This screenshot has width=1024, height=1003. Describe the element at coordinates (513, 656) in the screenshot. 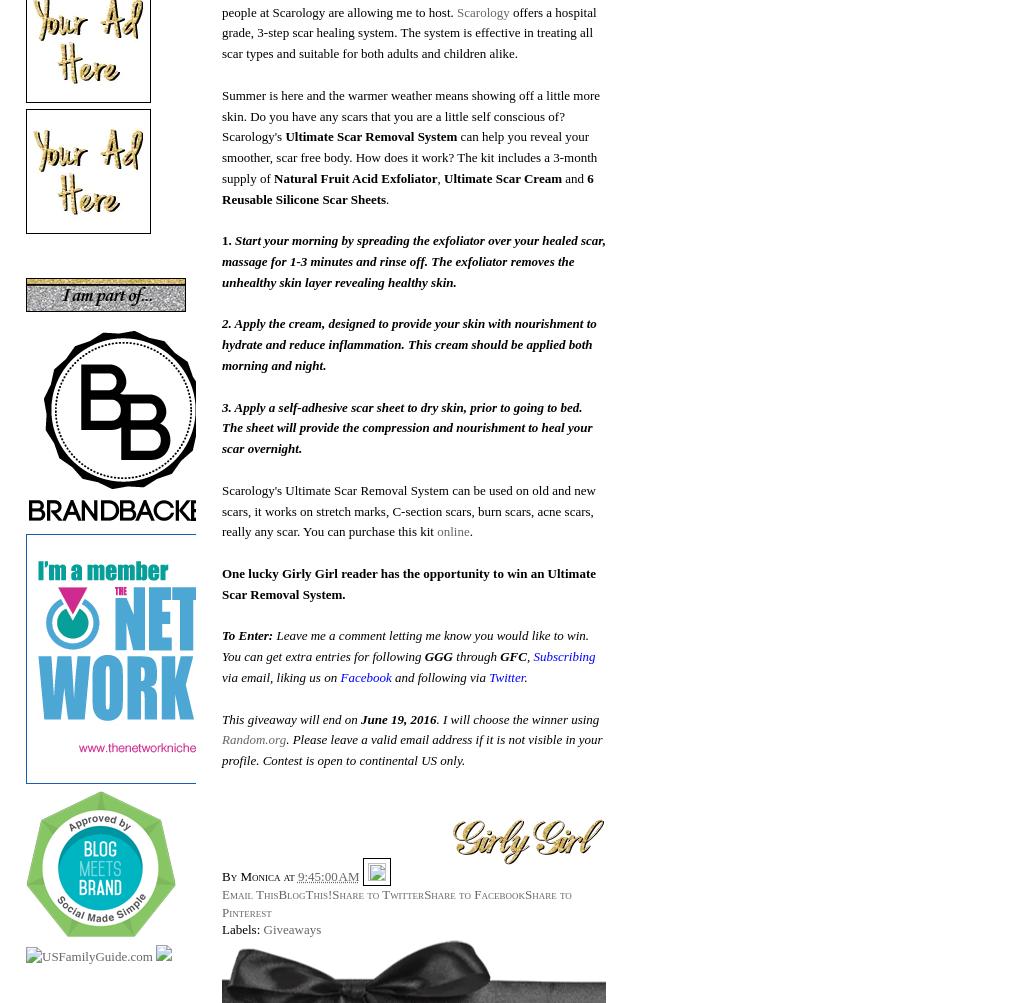

I see `'GFC'` at that location.